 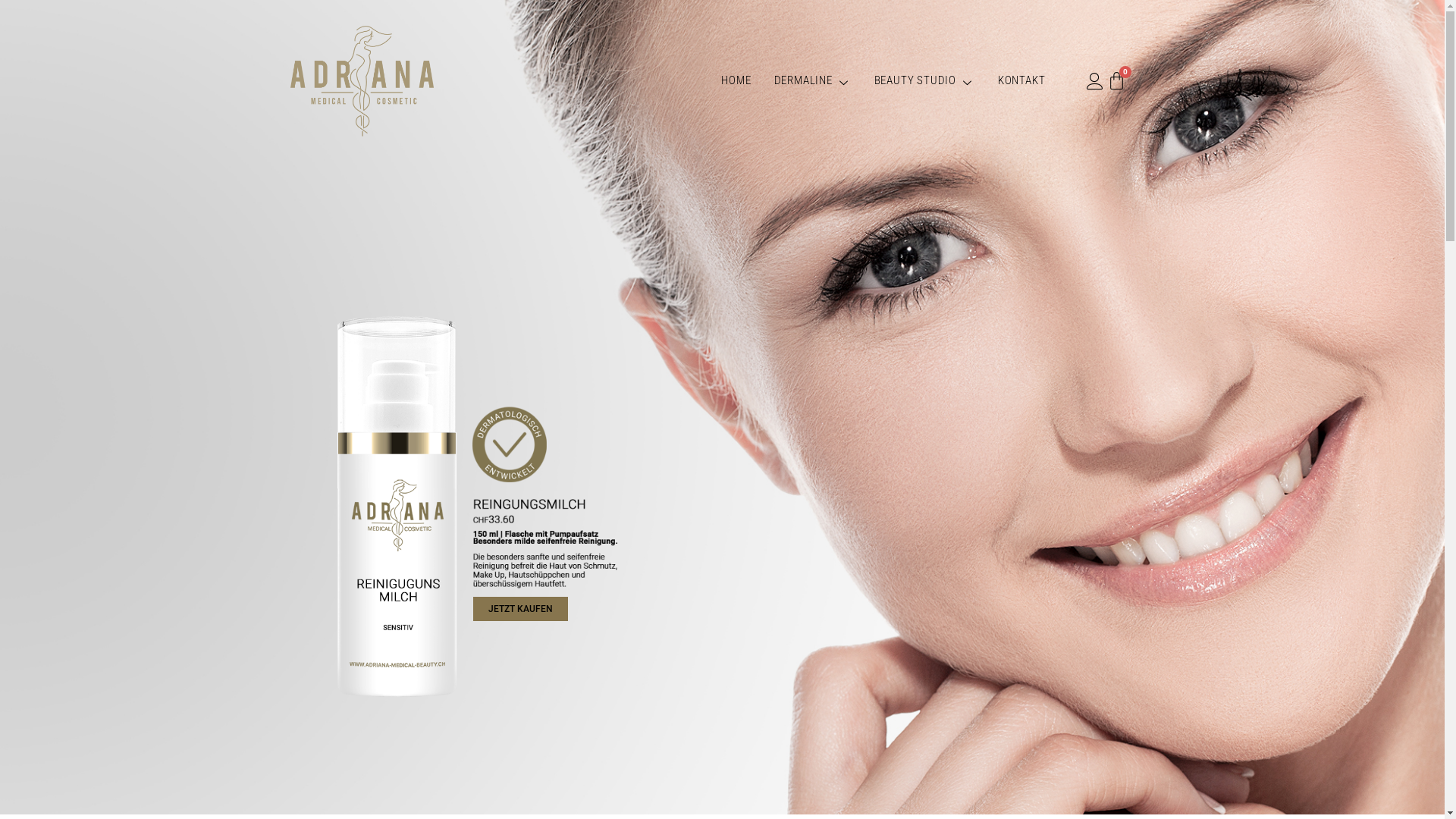 What do you see at coordinates (1116, 80) in the screenshot?
I see `'0` at bounding box center [1116, 80].